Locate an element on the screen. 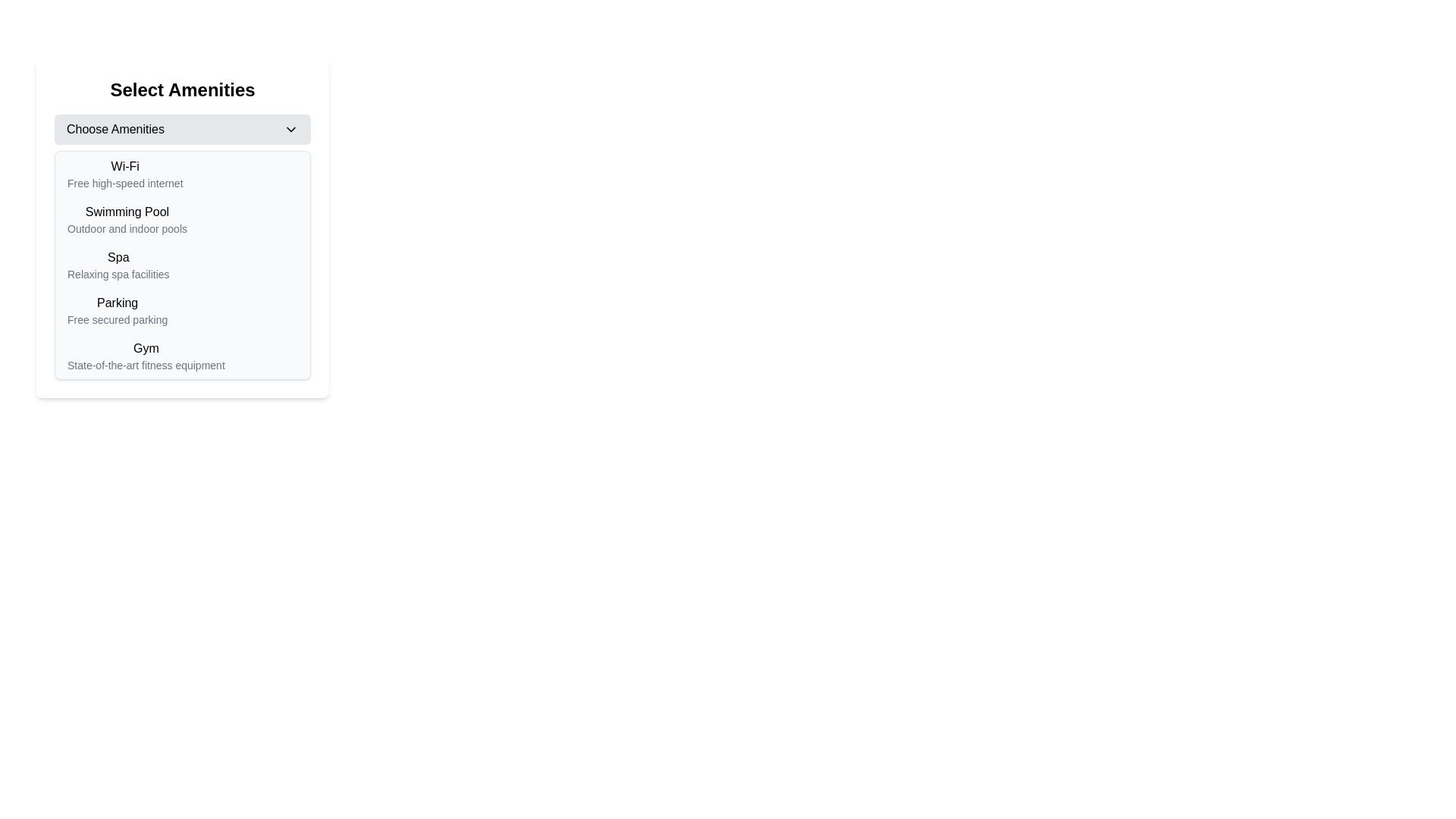 The width and height of the screenshot is (1456, 819). the text-based list item titled 'Spa' with the subtitle 'Relaxing spa facilities', which is the third item in the amenities dropdown menu is located at coordinates (118, 265).